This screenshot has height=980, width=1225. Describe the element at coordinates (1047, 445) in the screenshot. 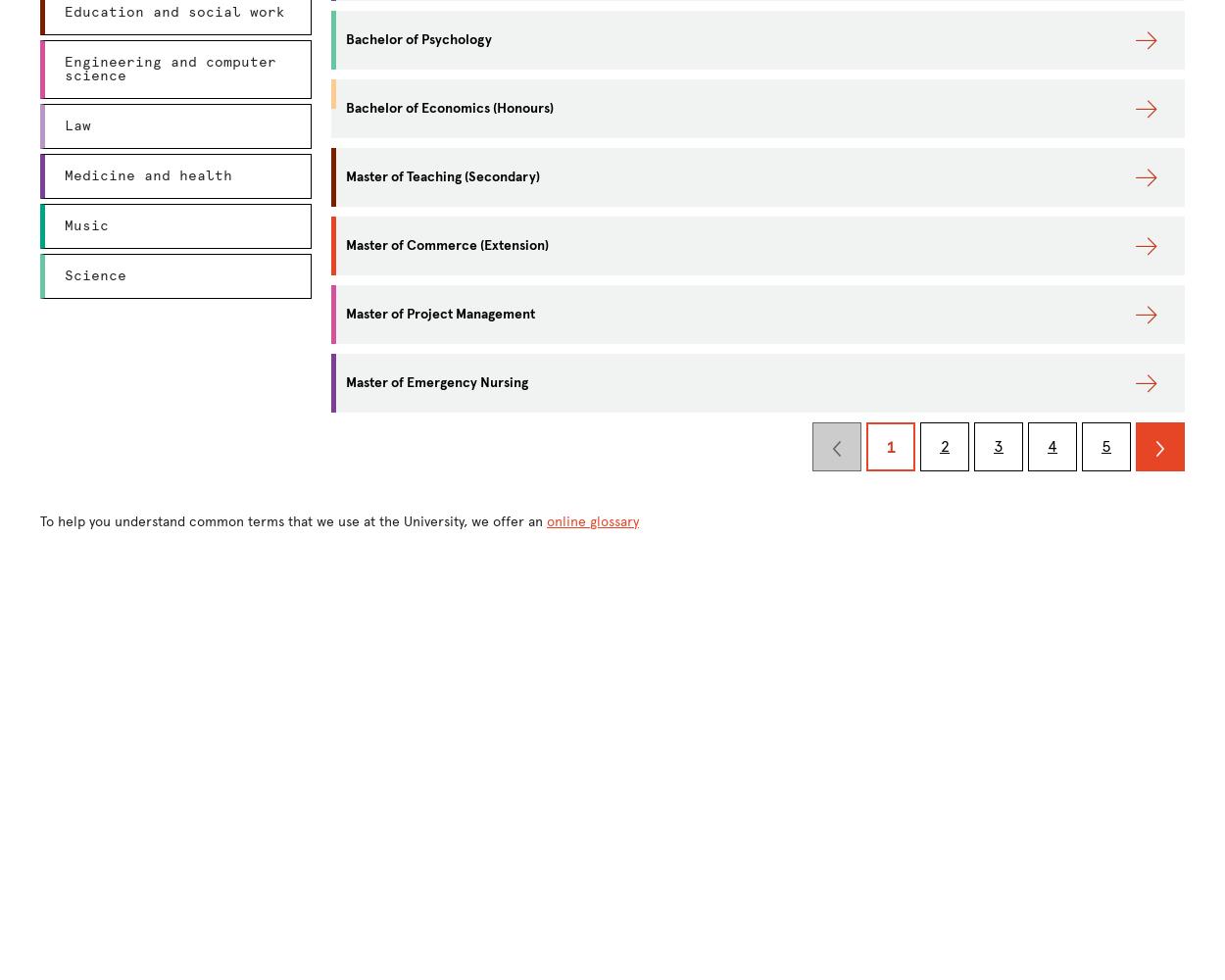

I see `'4'` at that location.